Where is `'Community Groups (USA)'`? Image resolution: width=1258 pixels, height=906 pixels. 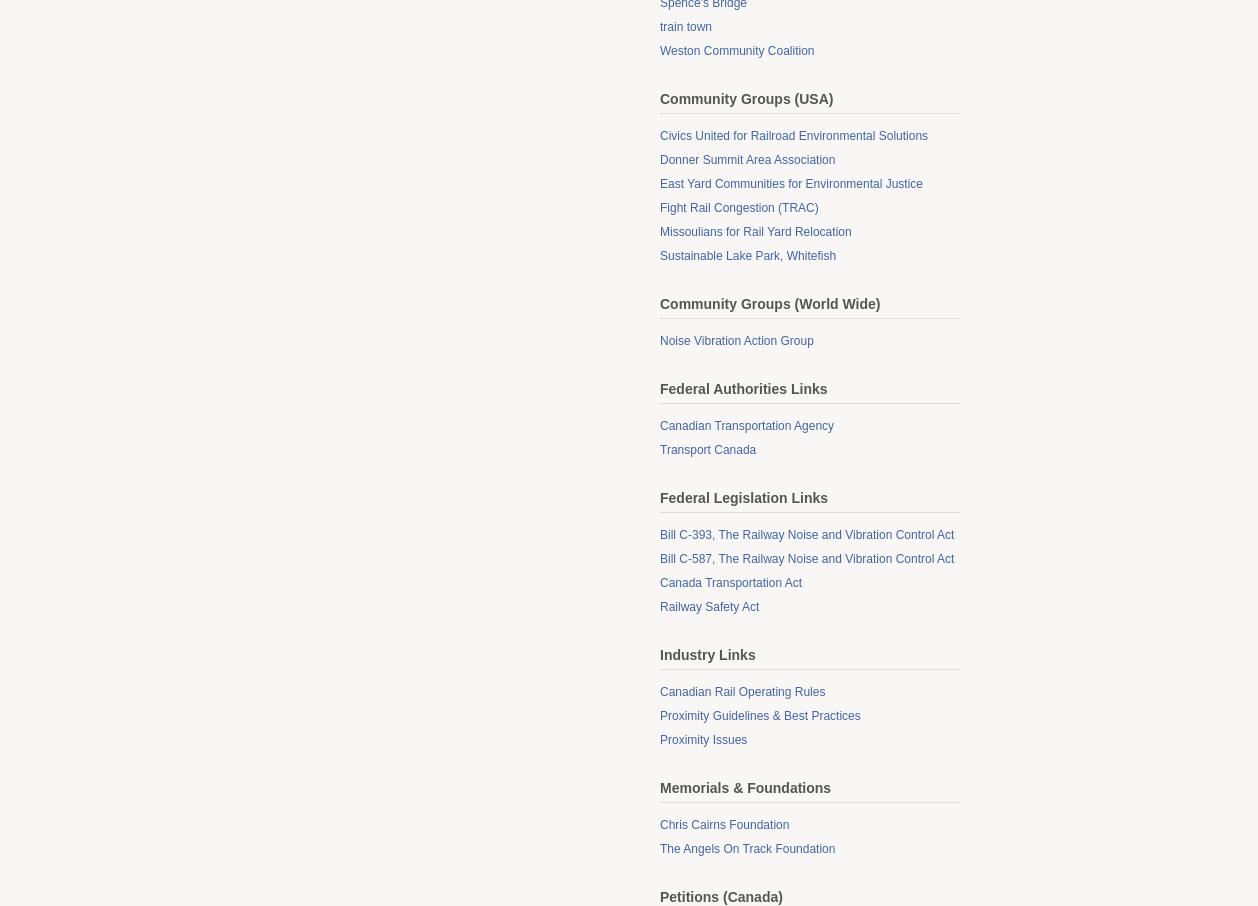 'Community Groups (USA)' is located at coordinates (746, 98).